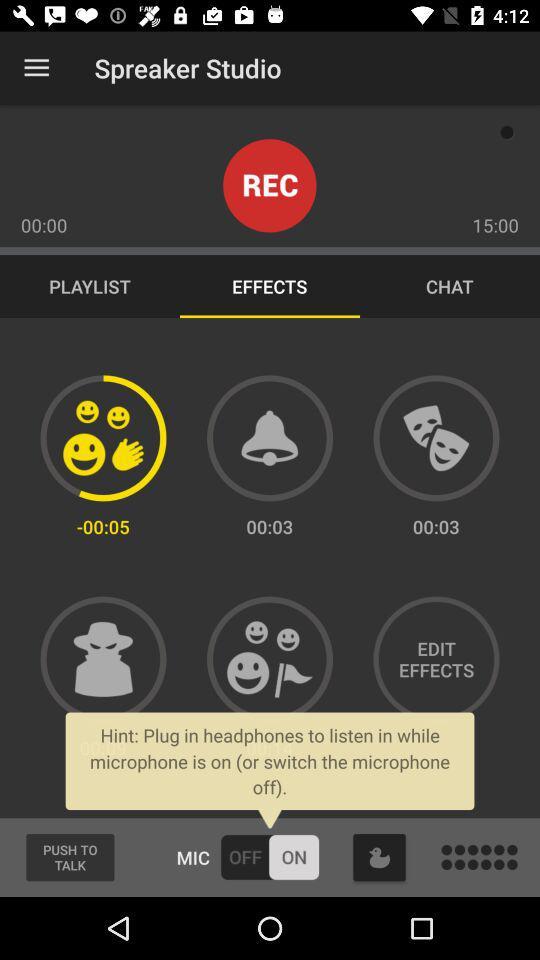 The width and height of the screenshot is (540, 960). What do you see at coordinates (269, 185) in the screenshot?
I see `record sound` at bounding box center [269, 185].